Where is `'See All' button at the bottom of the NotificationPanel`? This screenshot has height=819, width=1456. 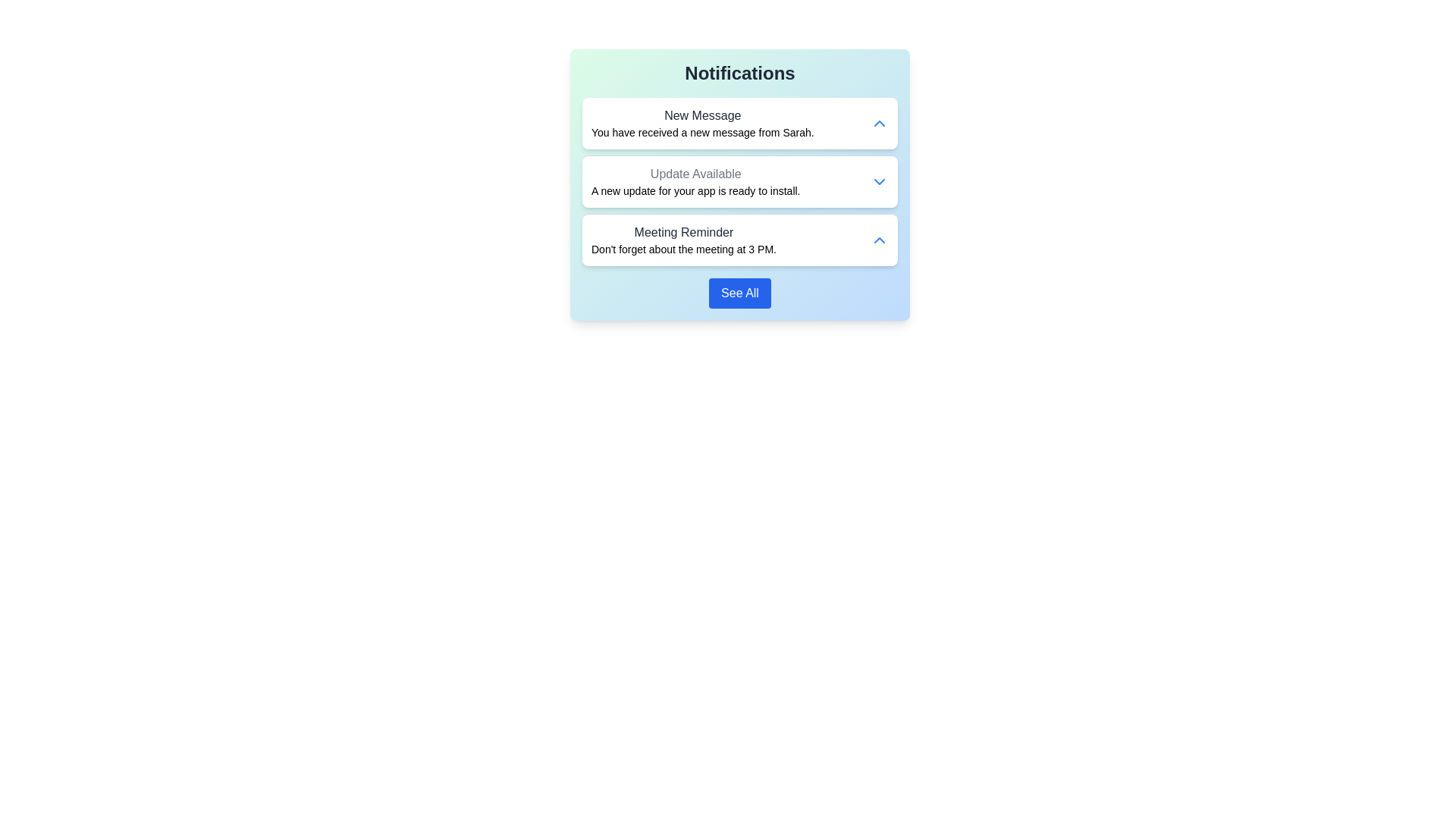
'See All' button at the bottom of the NotificationPanel is located at coordinates (739, 293).